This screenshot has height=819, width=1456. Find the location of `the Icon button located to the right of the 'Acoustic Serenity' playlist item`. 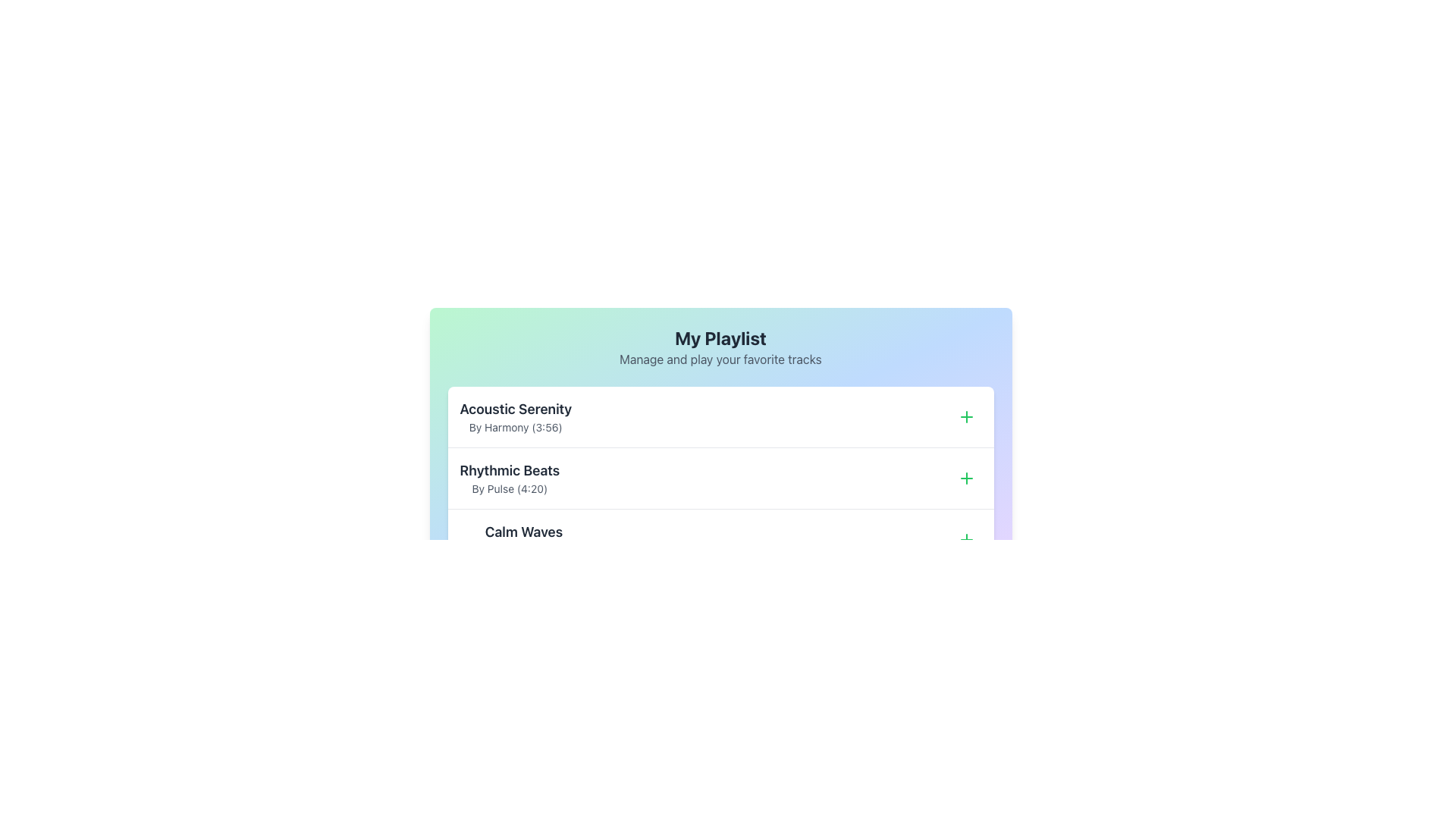

the Icon button located to the right of the 'Acoustic Serenity' playlist item is located at coordinates (965, 417).